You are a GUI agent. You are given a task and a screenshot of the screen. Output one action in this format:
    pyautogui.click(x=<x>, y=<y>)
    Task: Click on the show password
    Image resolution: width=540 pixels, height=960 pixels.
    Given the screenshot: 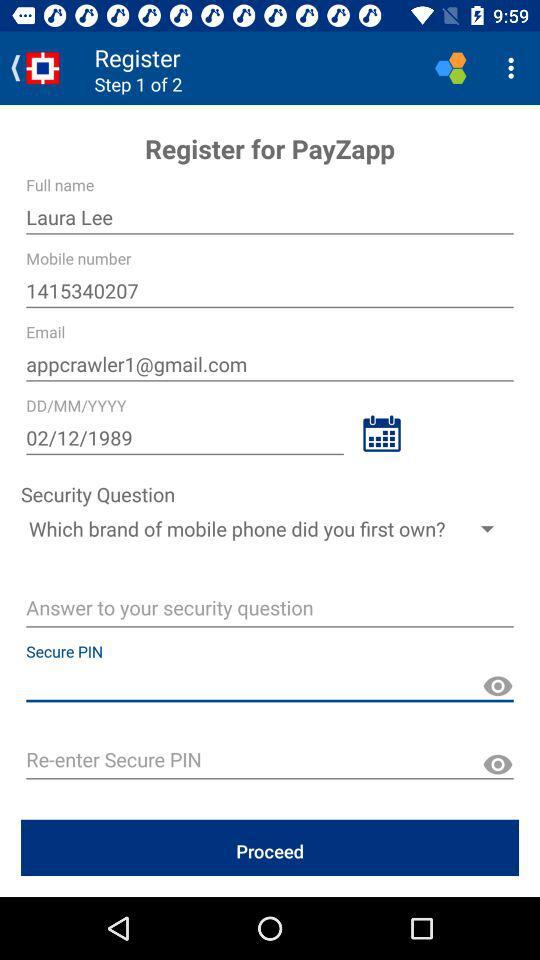 What is the action you would take?
    pyautogui.click(x=496, y=686)
    